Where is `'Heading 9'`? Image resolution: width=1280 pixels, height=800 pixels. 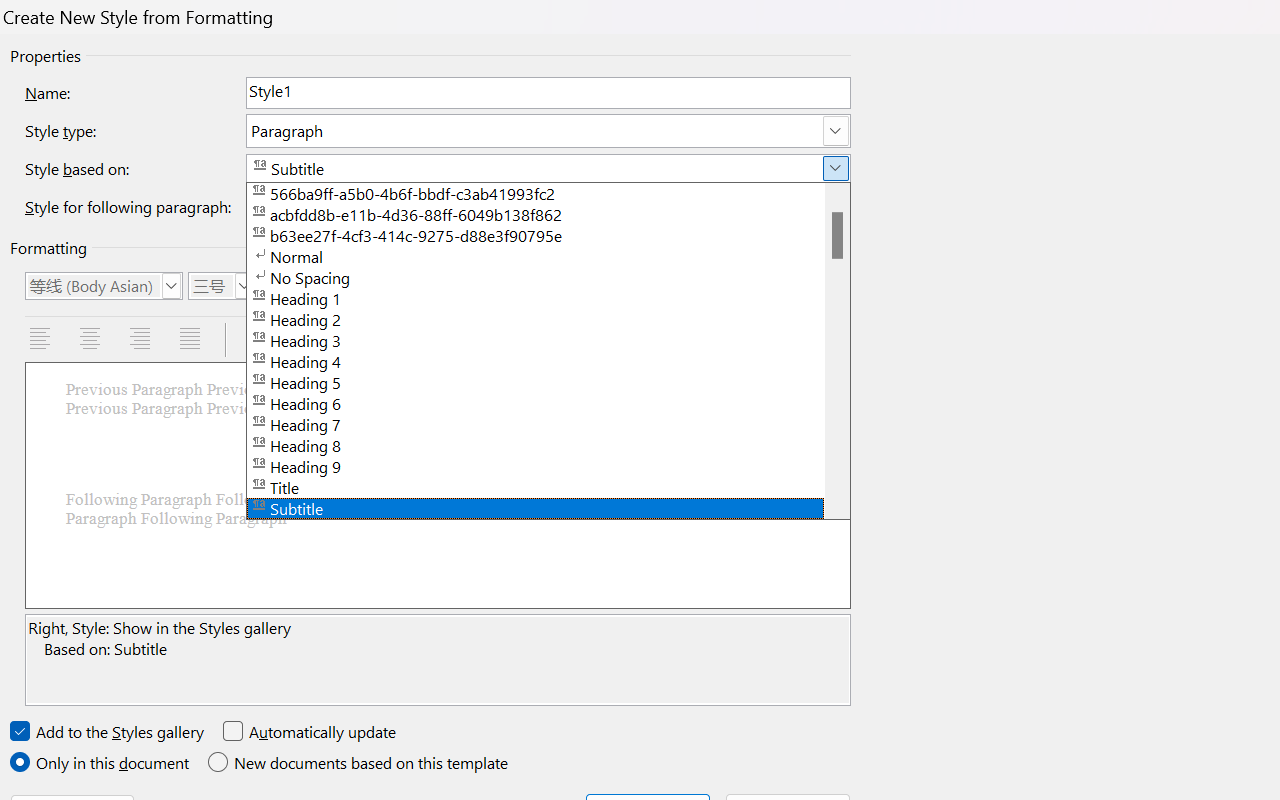 'Heading 9' is located at coordinates (548, 464).